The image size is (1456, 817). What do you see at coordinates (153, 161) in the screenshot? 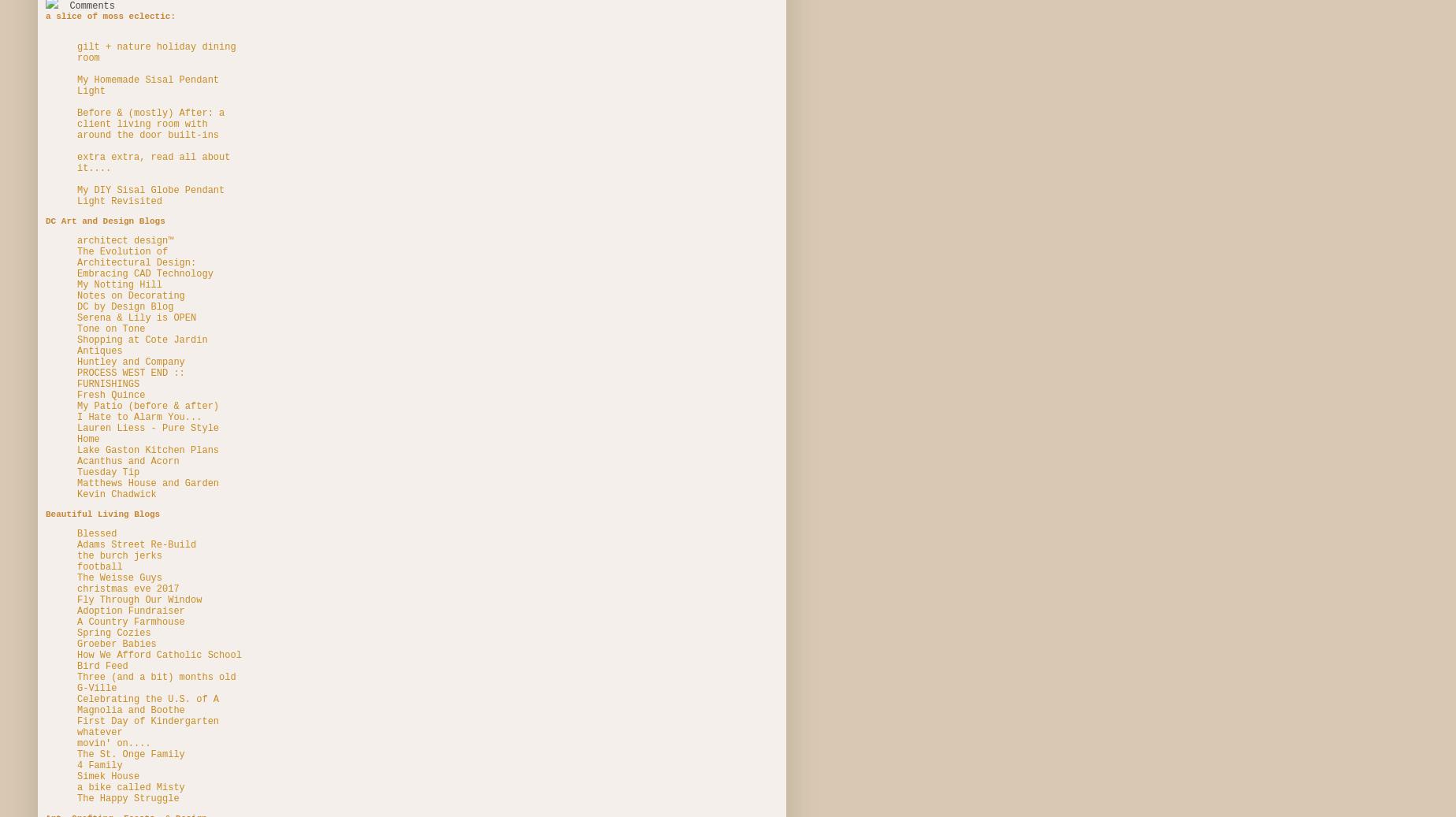
I see `'extra extra, read all about it....'` at bounding box center [153, 161].